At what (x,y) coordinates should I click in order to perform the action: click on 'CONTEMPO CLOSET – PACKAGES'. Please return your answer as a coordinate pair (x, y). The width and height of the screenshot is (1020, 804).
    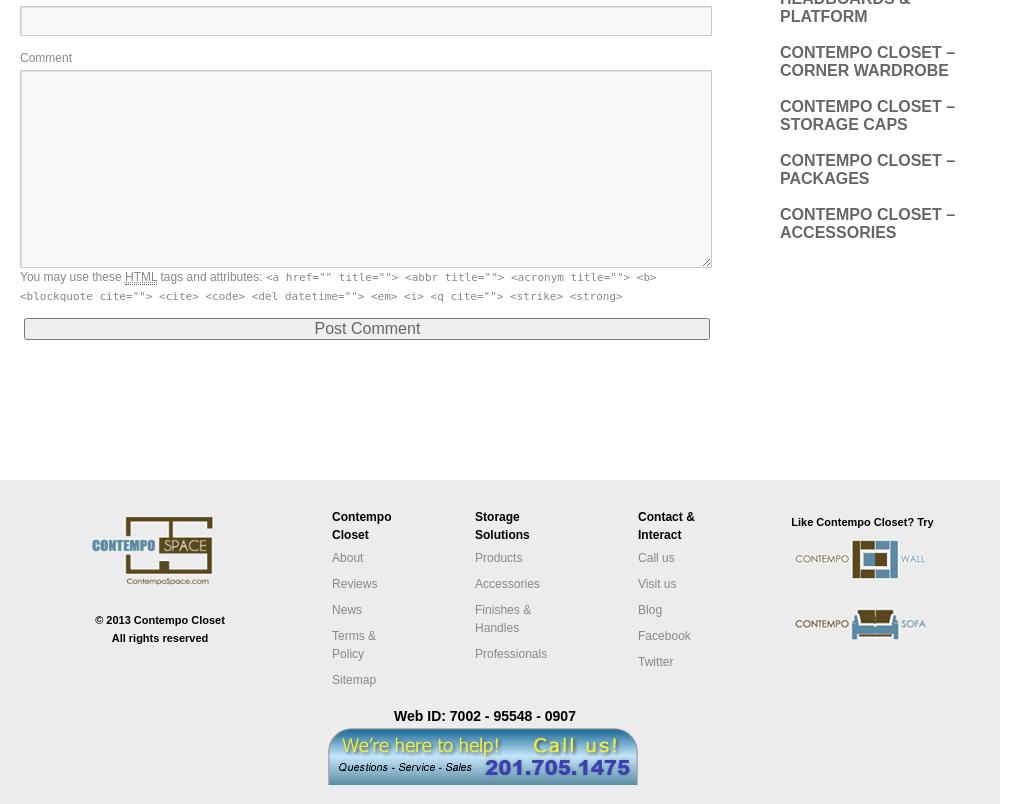
    Looking at the image, I should click on (866, 168).